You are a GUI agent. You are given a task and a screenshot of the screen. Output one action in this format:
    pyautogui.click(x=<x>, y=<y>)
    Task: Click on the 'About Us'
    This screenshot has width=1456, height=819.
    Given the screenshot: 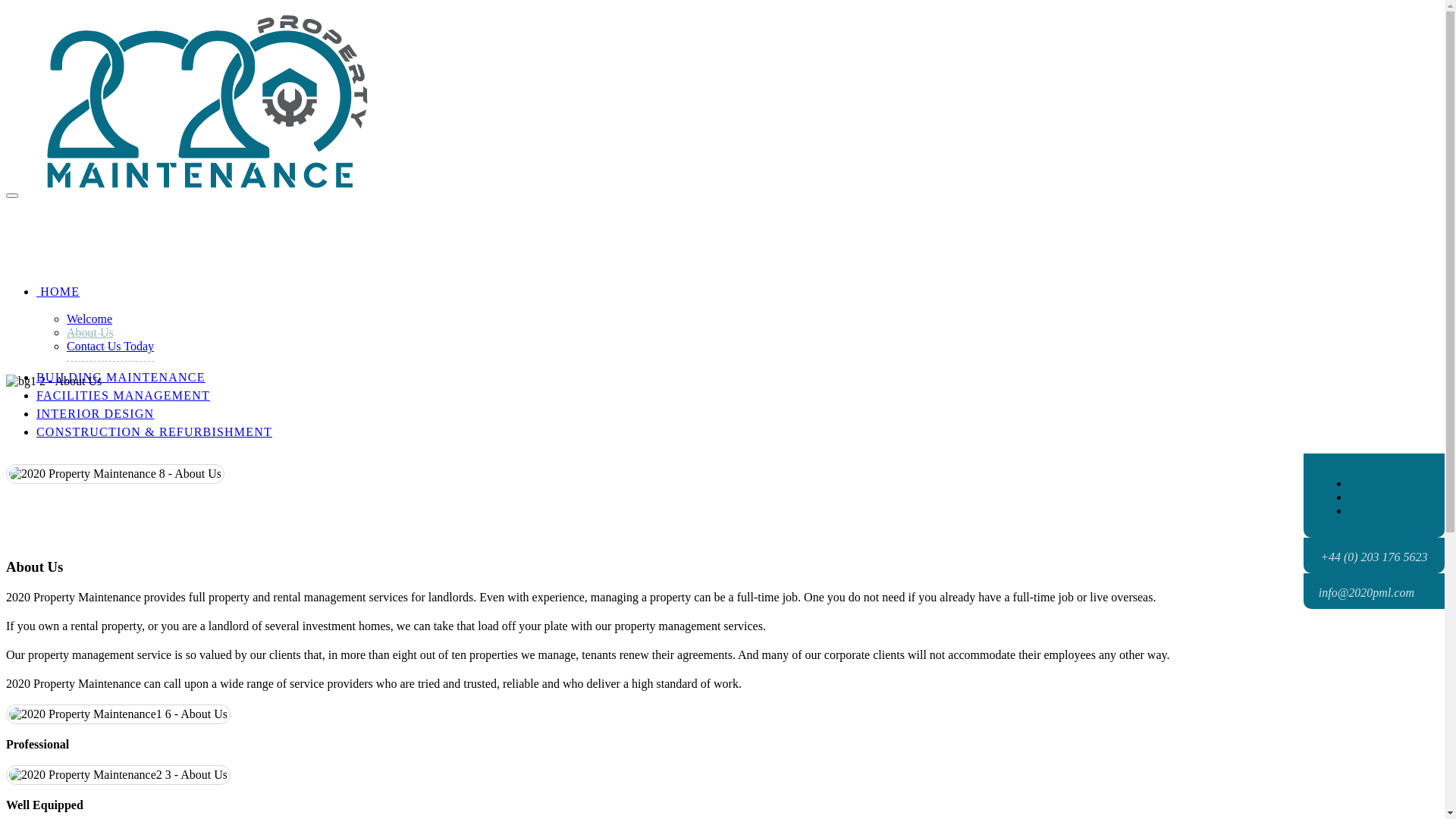 What is the action you would take?
    pyautogui.click(x=89, y=332)
    